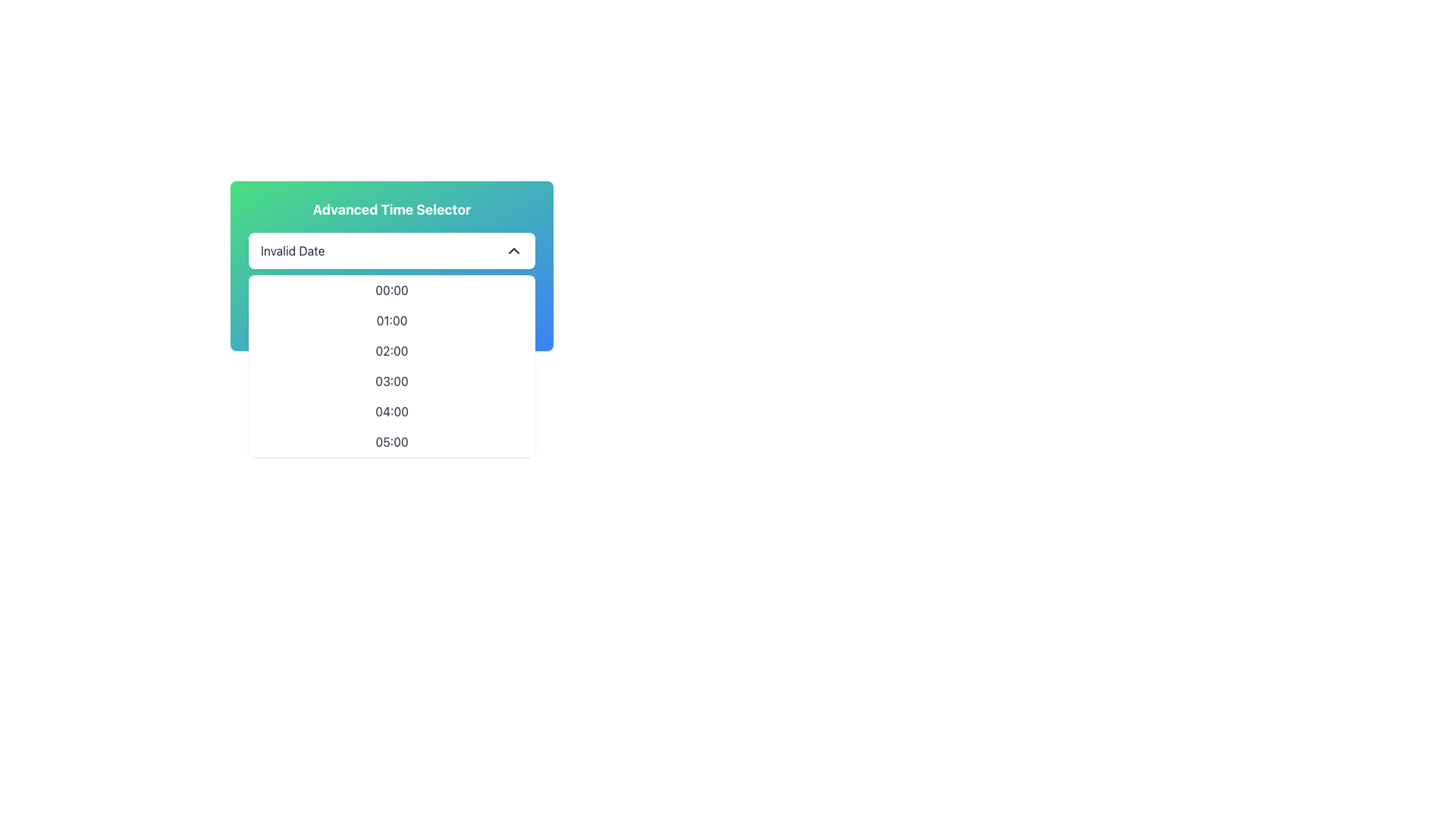  I want to click on the 'Invalid Date' text label, which is displayed in dark gray on a white background within a dropdown menu component, so click(293, 250).